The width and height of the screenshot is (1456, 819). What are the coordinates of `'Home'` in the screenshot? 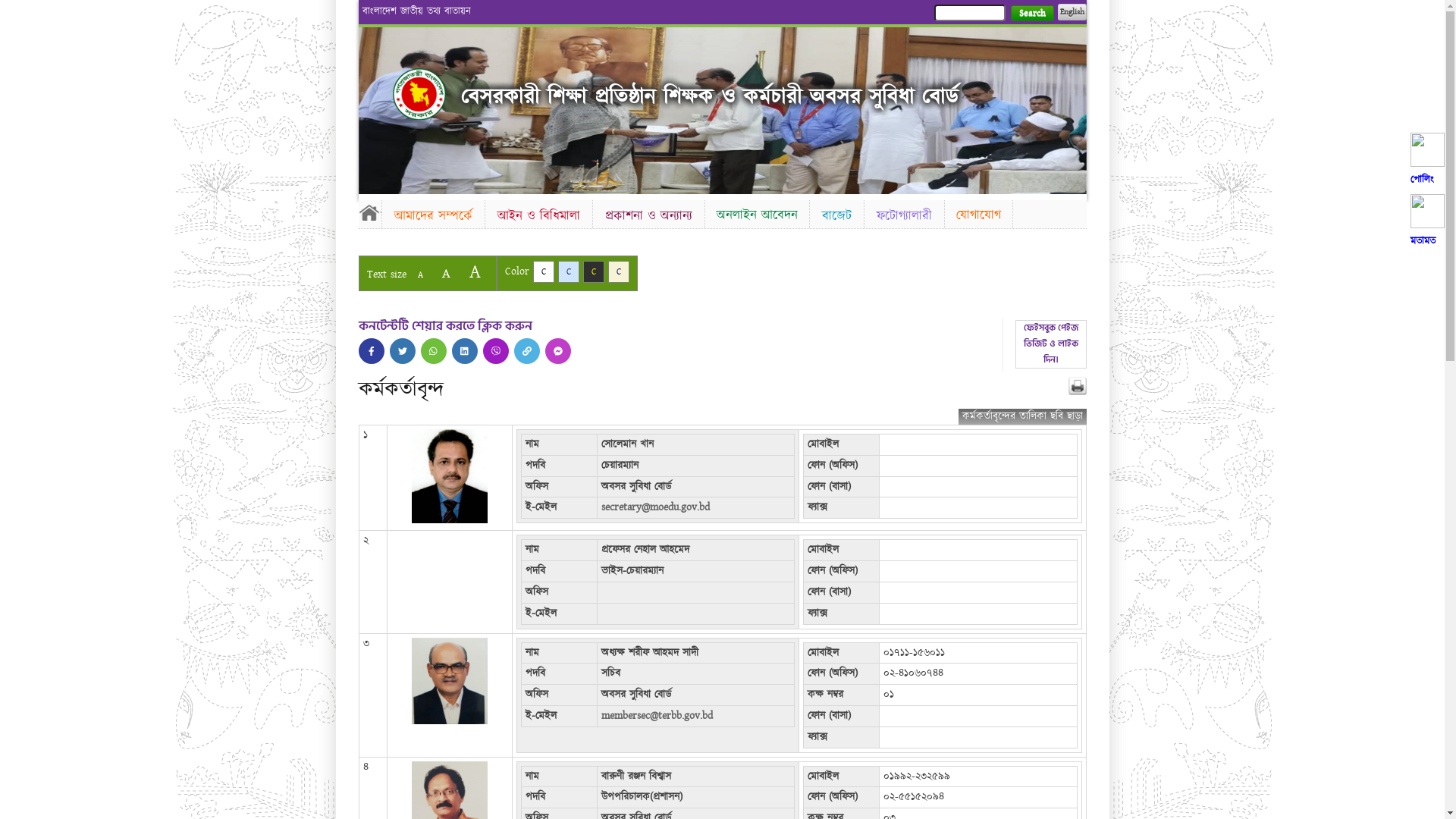 It's located at (369, 212).